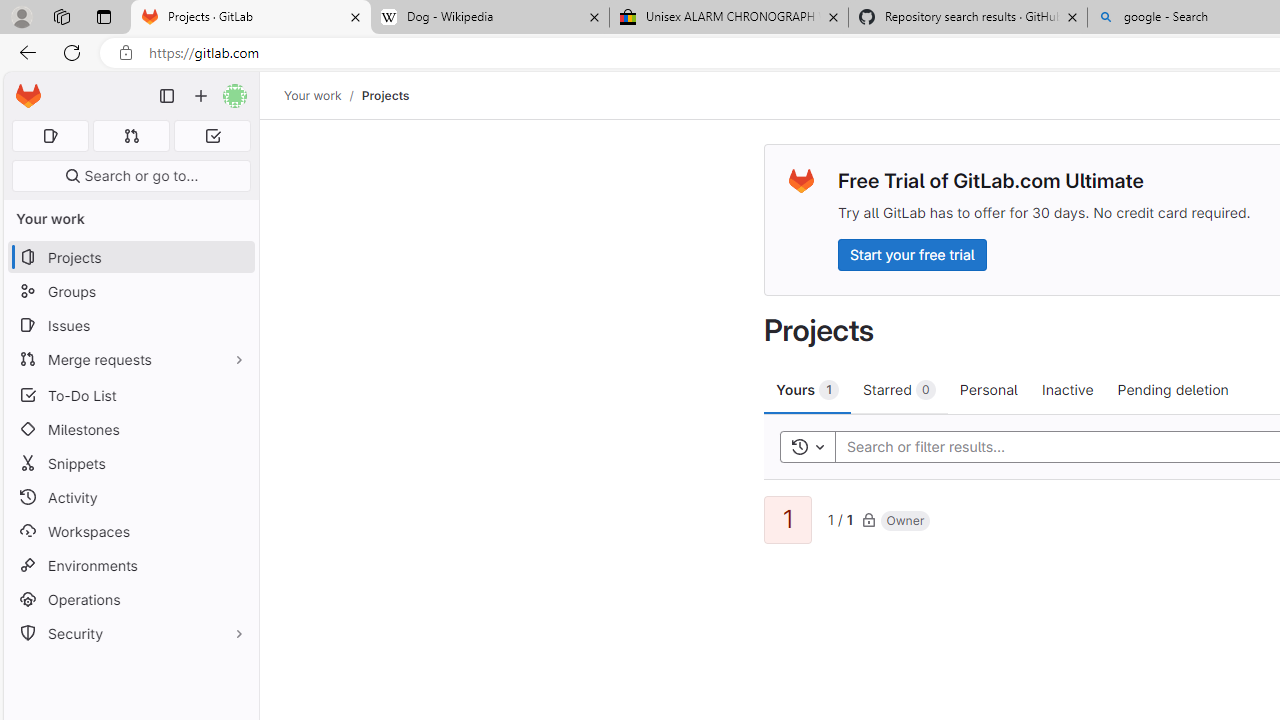 Image resolution: width=1280 pixels, height=720 pixels. I want to click on 'Groups', so click(130, 291).